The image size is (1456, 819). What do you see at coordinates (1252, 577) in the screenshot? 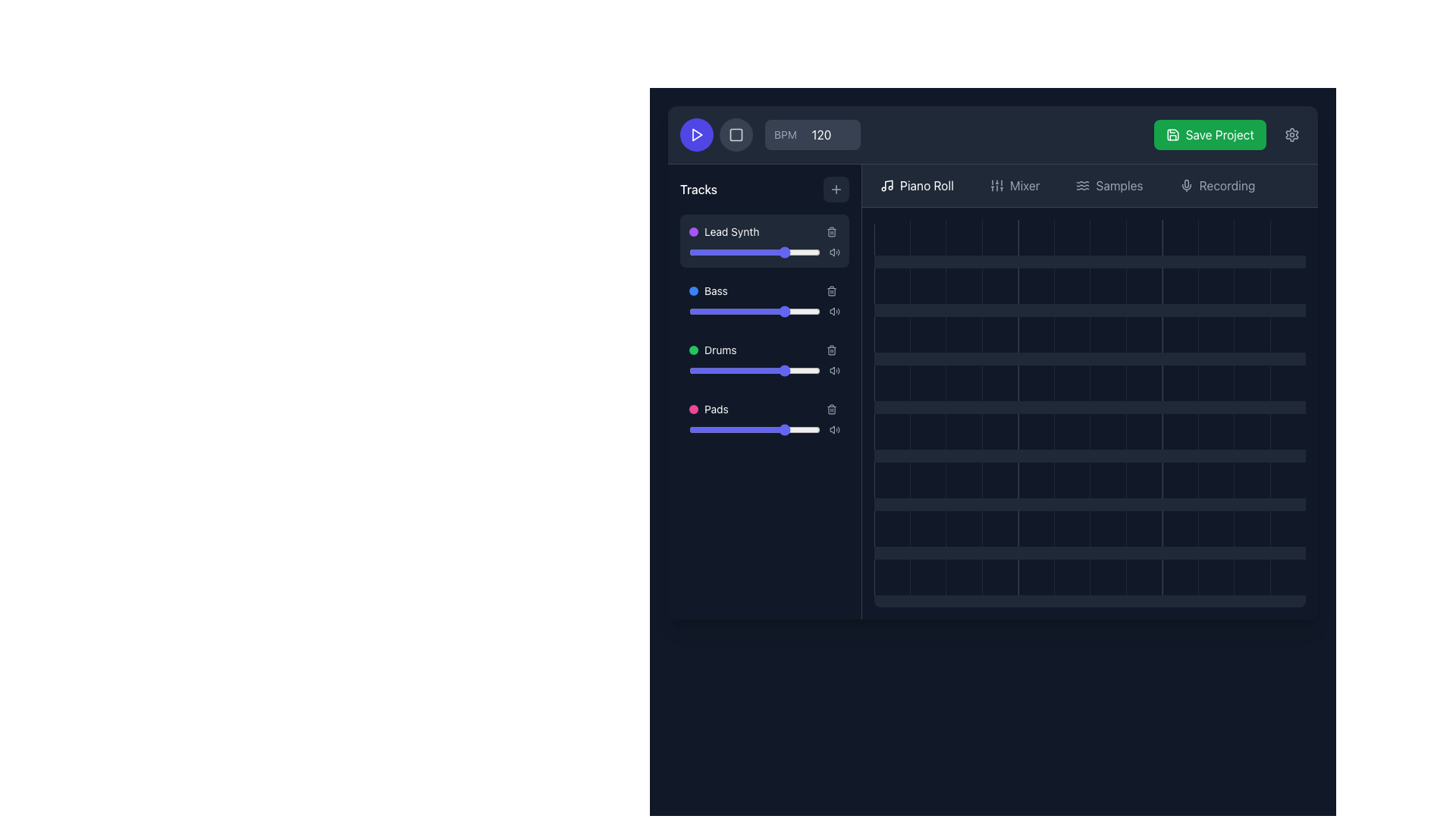
I see `the 12th interactive square tile in the last row of the grid layout` at bounding box center [1252, 577].